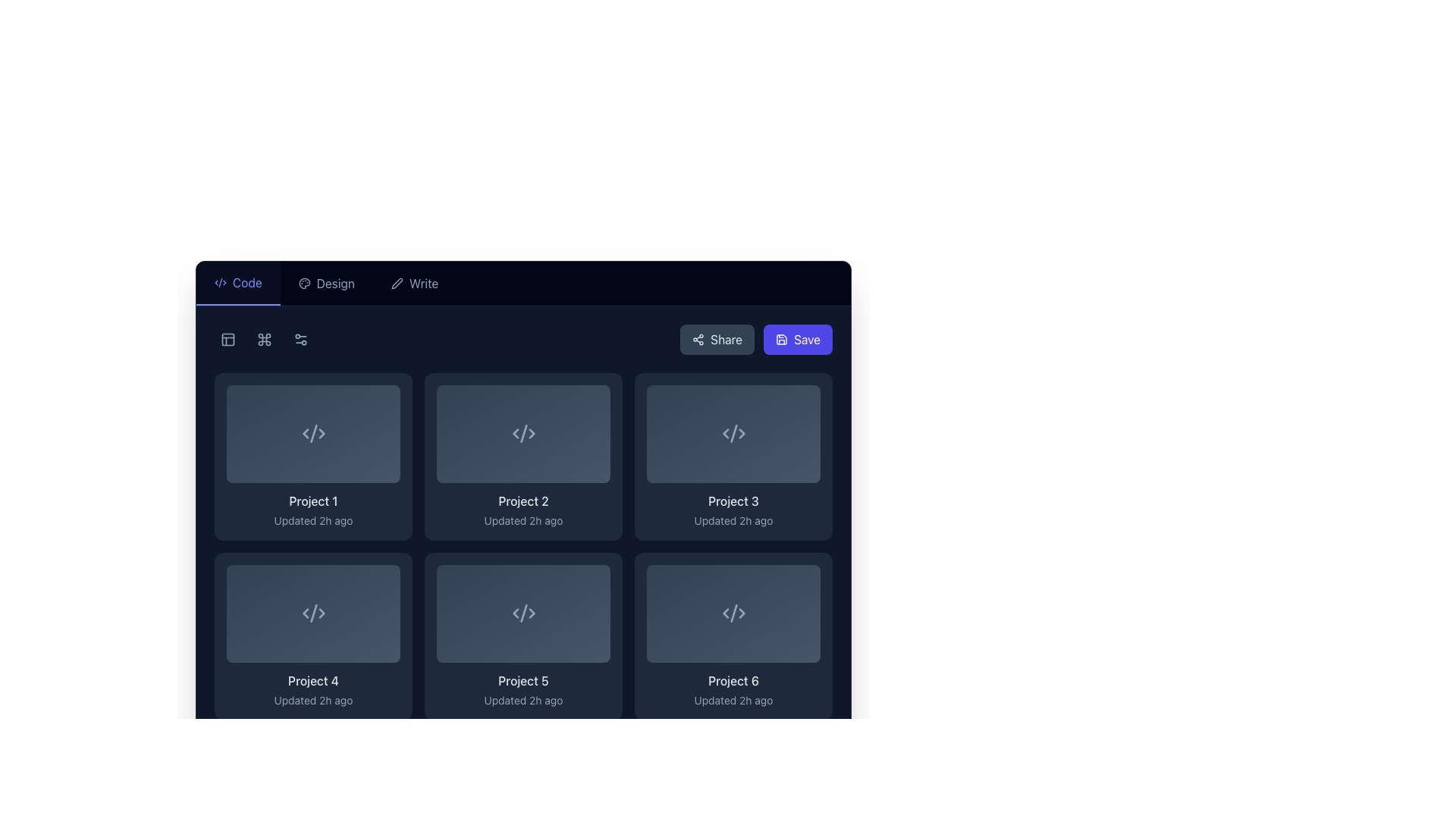  Describe the element at coordinates (312, 456) in the screenshot. I see `the first project card` at that location.